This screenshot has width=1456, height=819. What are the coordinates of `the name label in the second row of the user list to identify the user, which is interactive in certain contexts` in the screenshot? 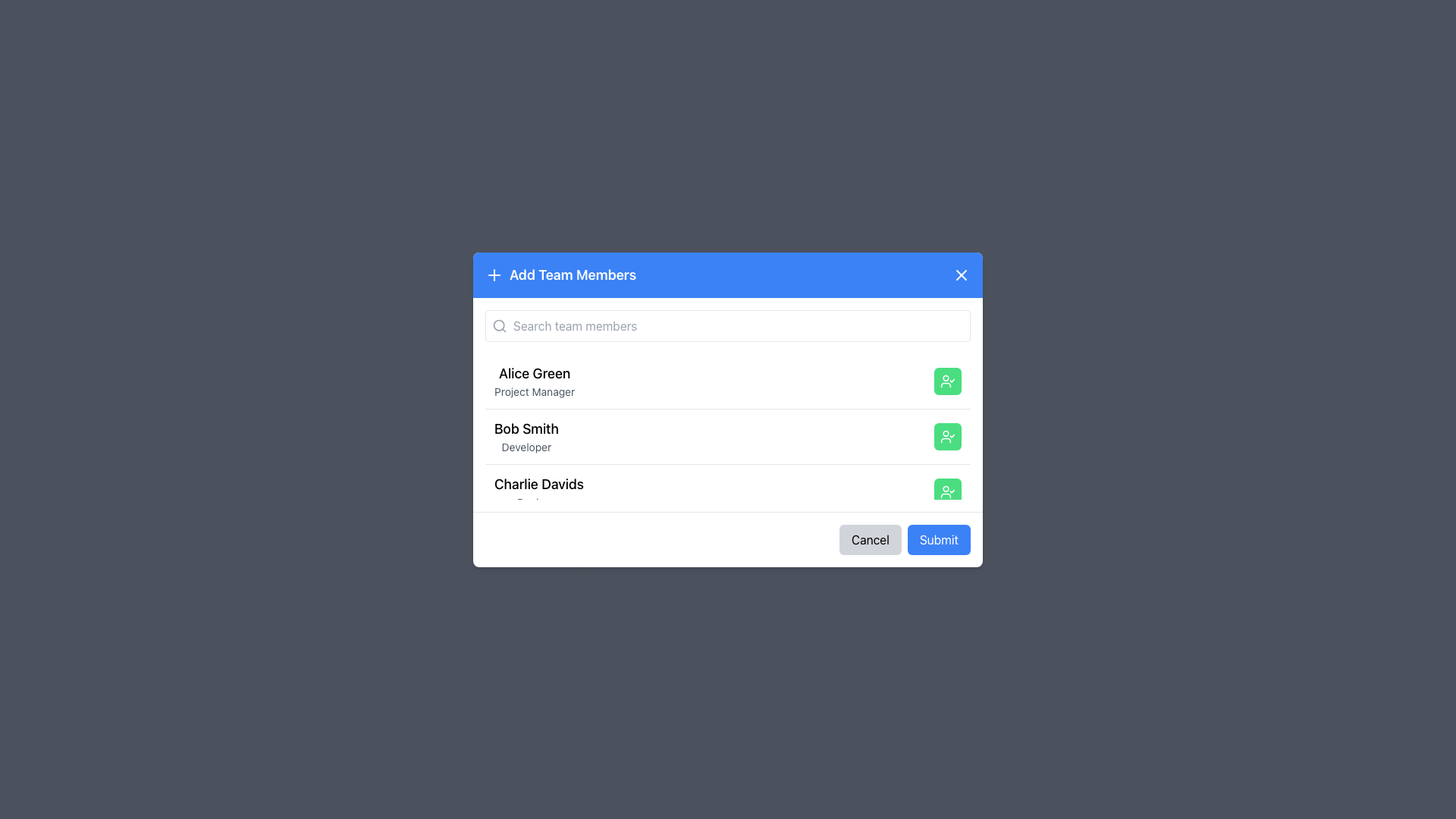 It's located at (526, 428).